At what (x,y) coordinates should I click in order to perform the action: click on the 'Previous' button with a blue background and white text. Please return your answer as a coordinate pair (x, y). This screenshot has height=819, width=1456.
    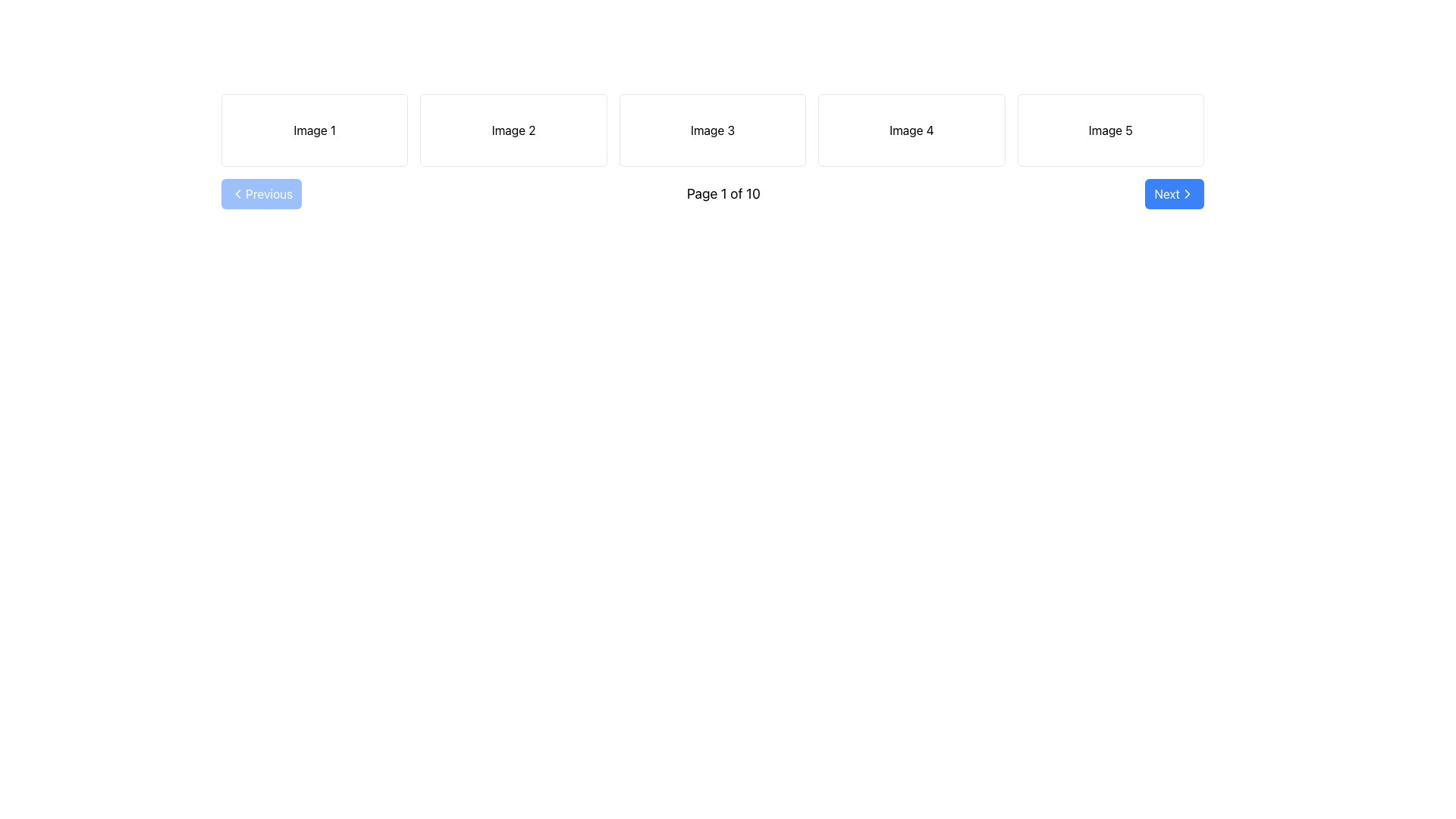
    Looking at the image, I should click on (262, 193).